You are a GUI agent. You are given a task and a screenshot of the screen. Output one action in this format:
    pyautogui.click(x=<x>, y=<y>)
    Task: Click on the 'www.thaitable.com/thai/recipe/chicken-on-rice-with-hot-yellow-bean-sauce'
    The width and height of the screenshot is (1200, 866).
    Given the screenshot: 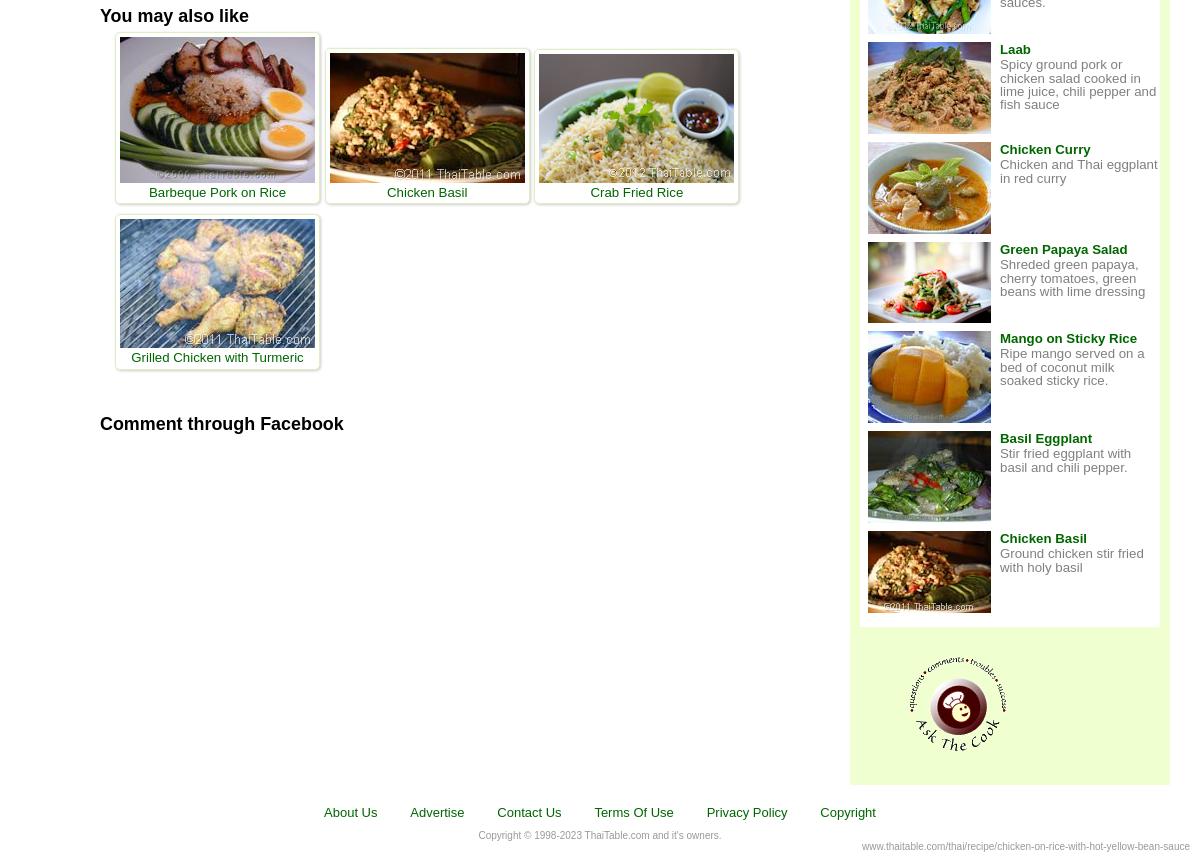 What is the action you would take?
    pyautogui.click(x=1026, y=844)
    